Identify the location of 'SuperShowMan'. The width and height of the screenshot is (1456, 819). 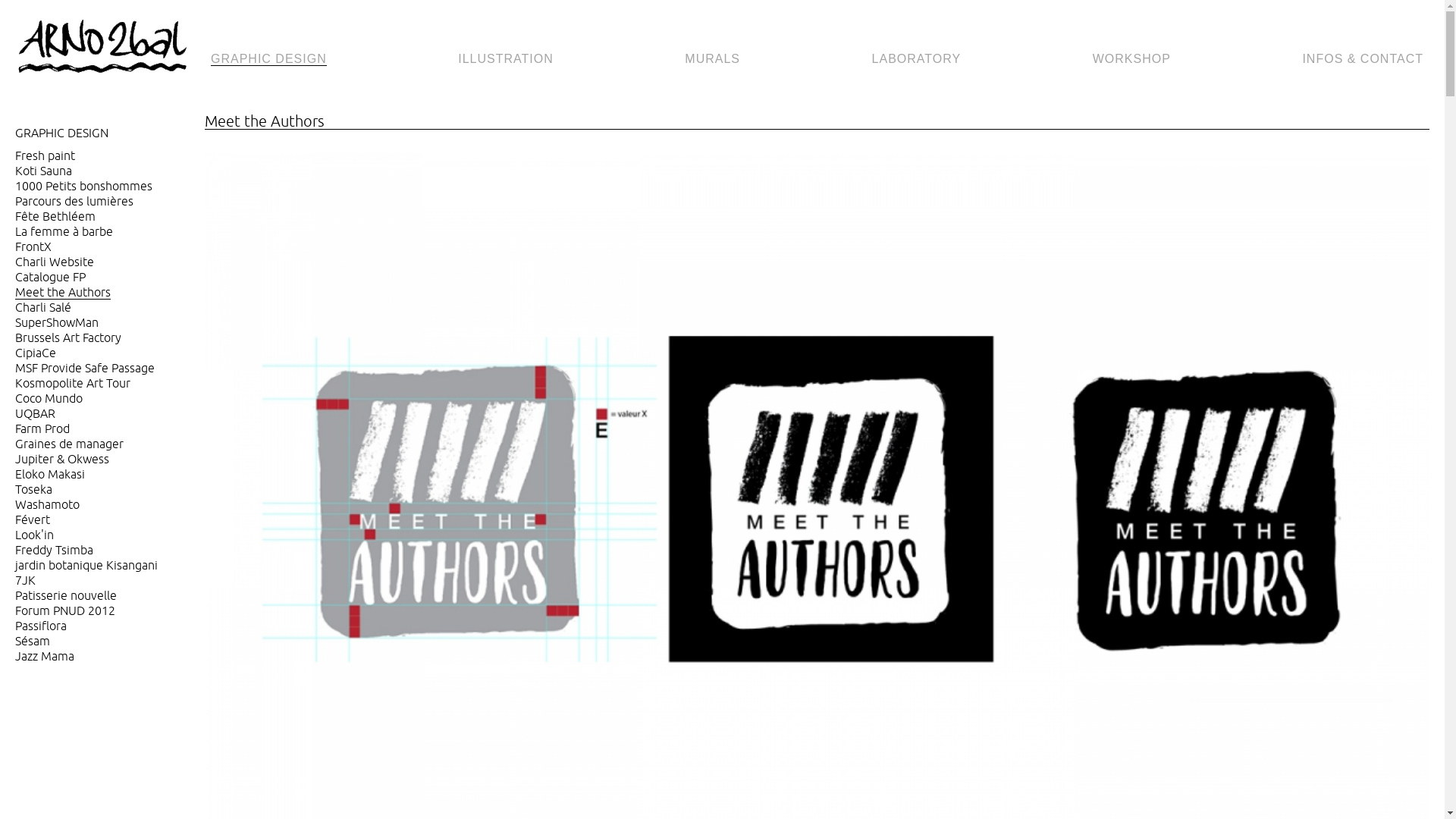
(57, 322).